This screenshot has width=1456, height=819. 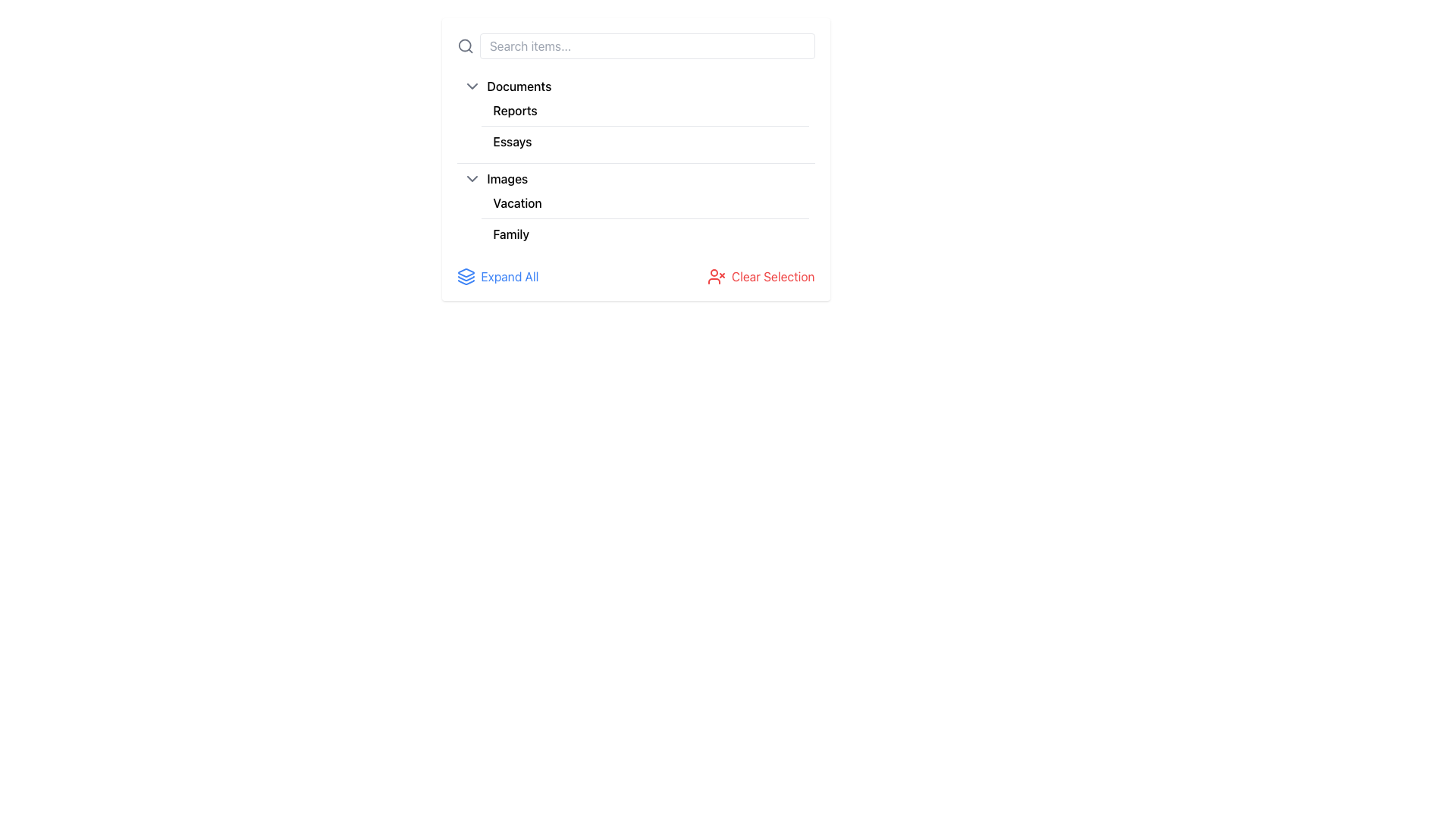 I want to click on the list item displaying 'Vacation', so click(x=645, y=202).